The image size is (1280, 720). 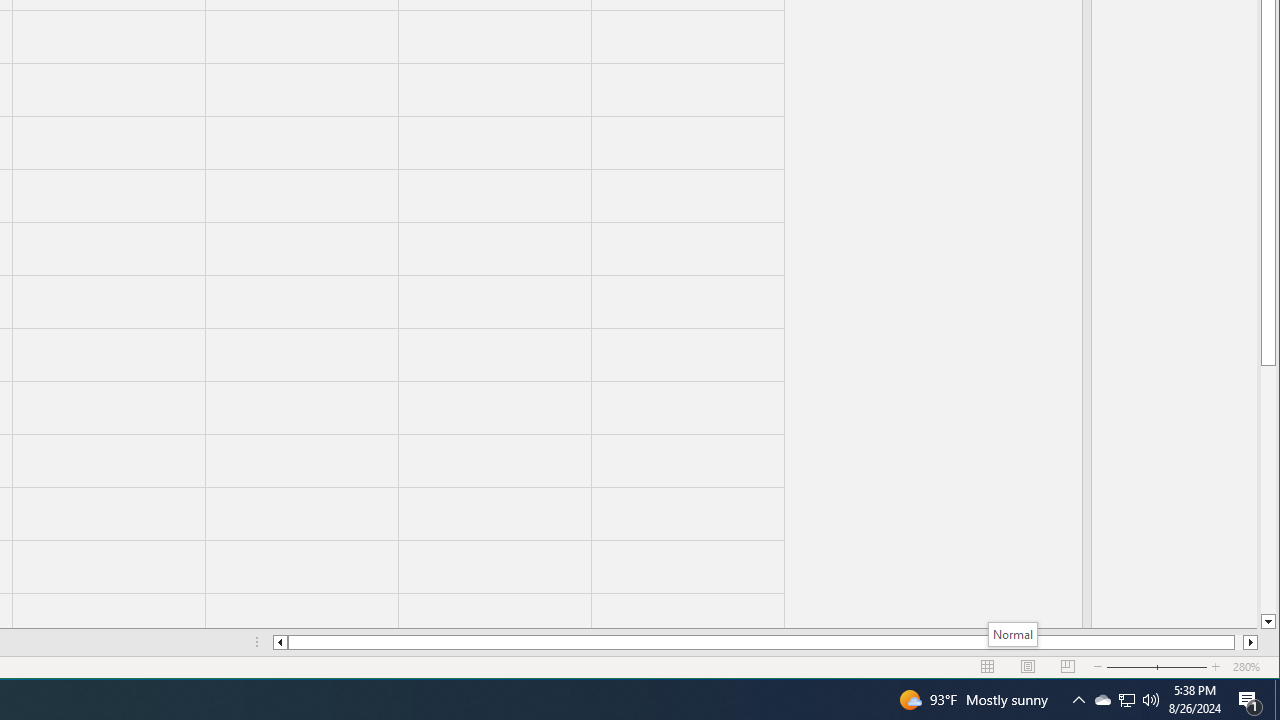 I want to click on 'Notification Chevron', so click(x=1078, y=698).